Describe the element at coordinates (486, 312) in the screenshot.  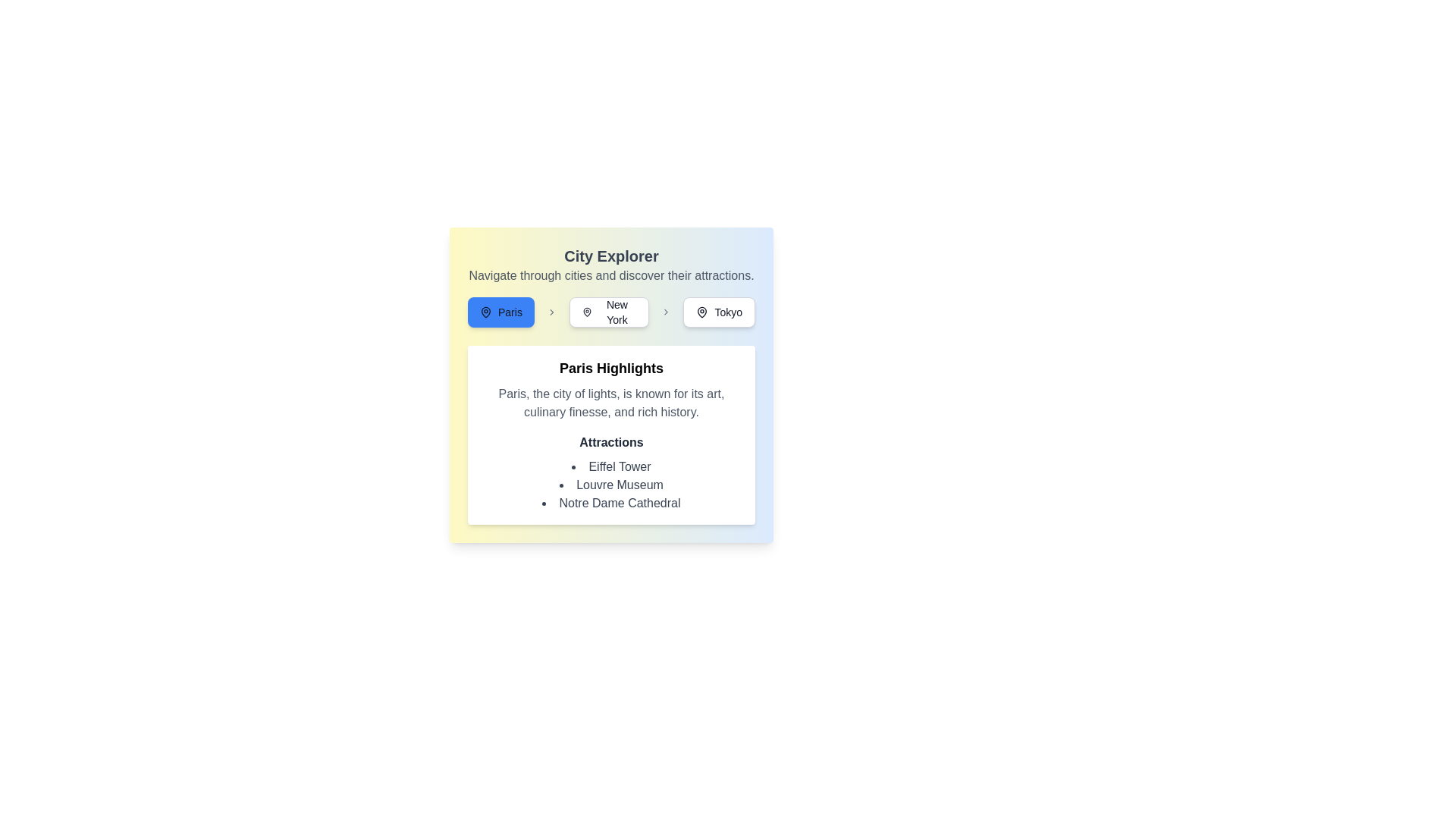
I see `the geographical location SVG icon that is the leftmost component of the 'Paris' button` at that location.